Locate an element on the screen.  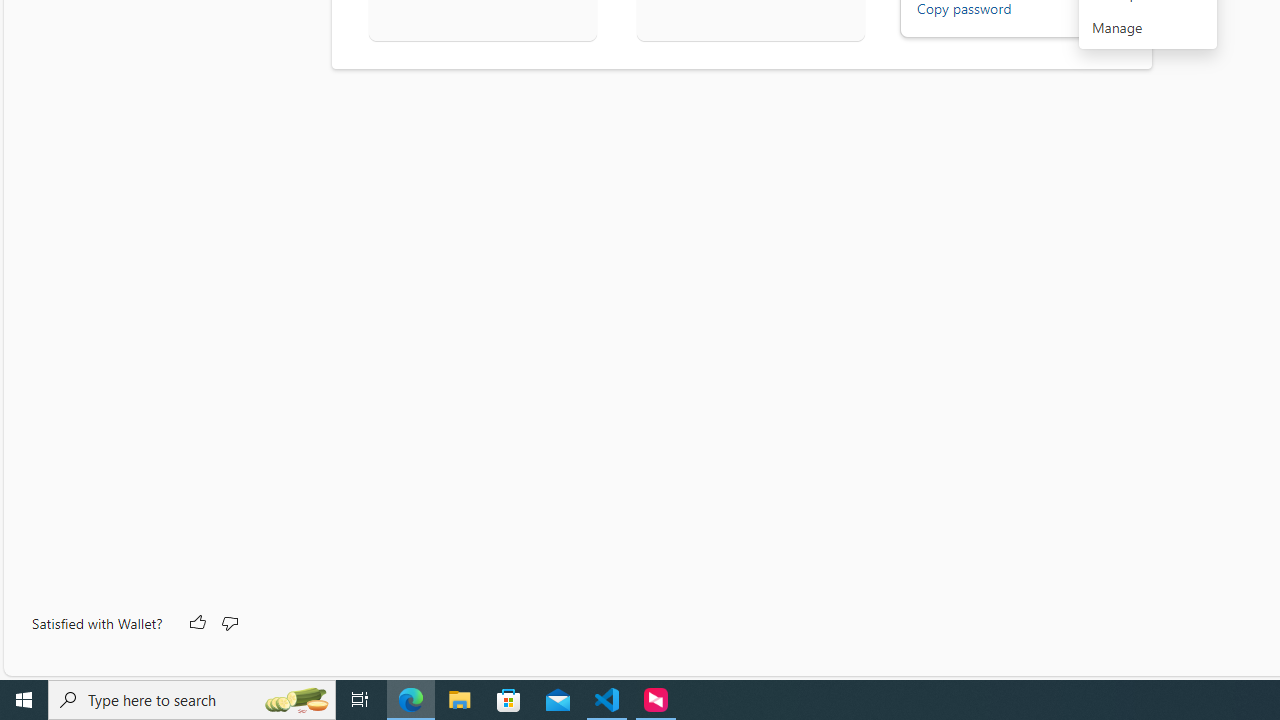
'Manage' is located at coordinates (1148, 28).